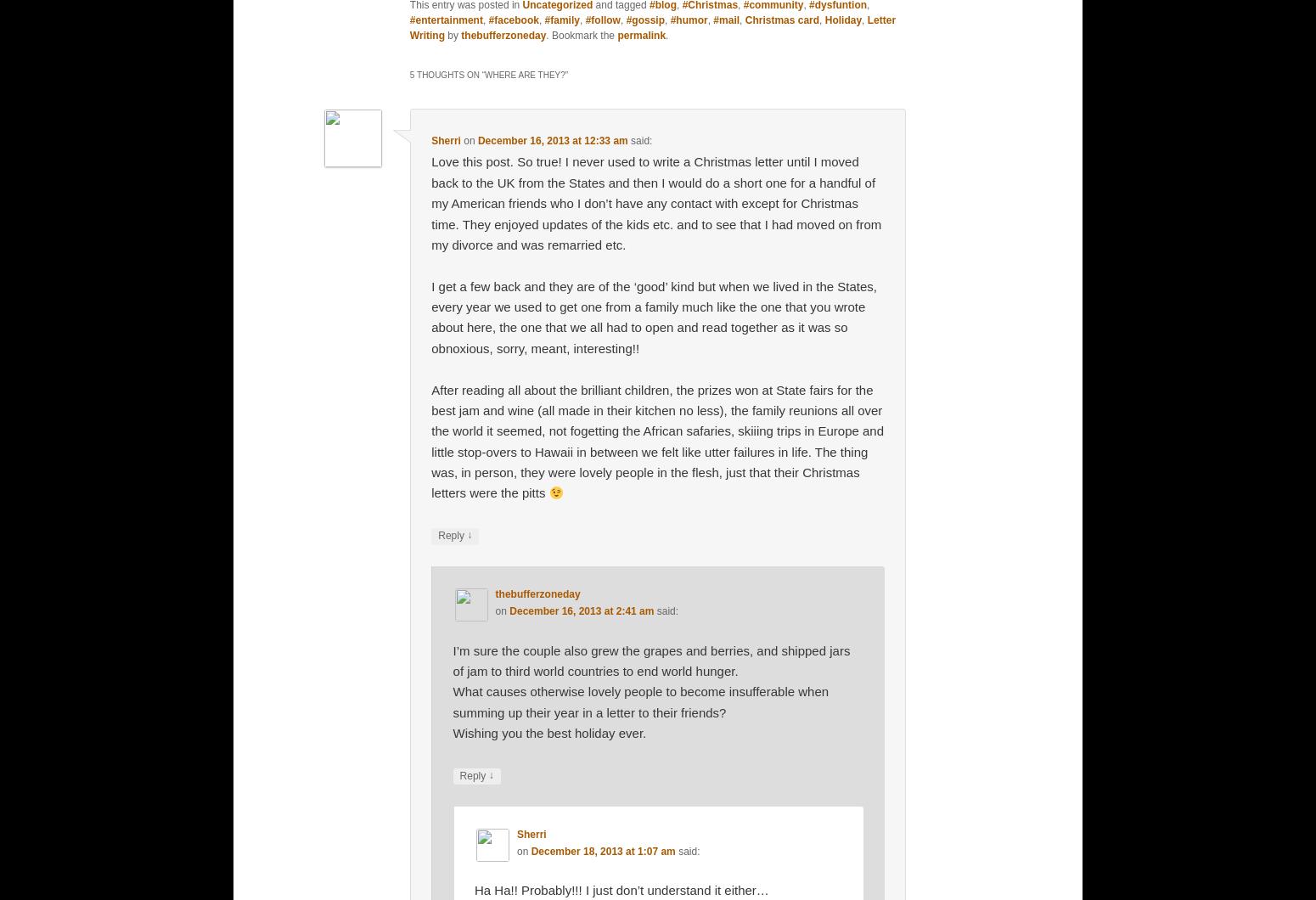 This screenshot has width=1316, height=900. What do you see at coordinates (602, 20) in the screenshot?
I see `'#follow'` at bounding box center [602, 20].